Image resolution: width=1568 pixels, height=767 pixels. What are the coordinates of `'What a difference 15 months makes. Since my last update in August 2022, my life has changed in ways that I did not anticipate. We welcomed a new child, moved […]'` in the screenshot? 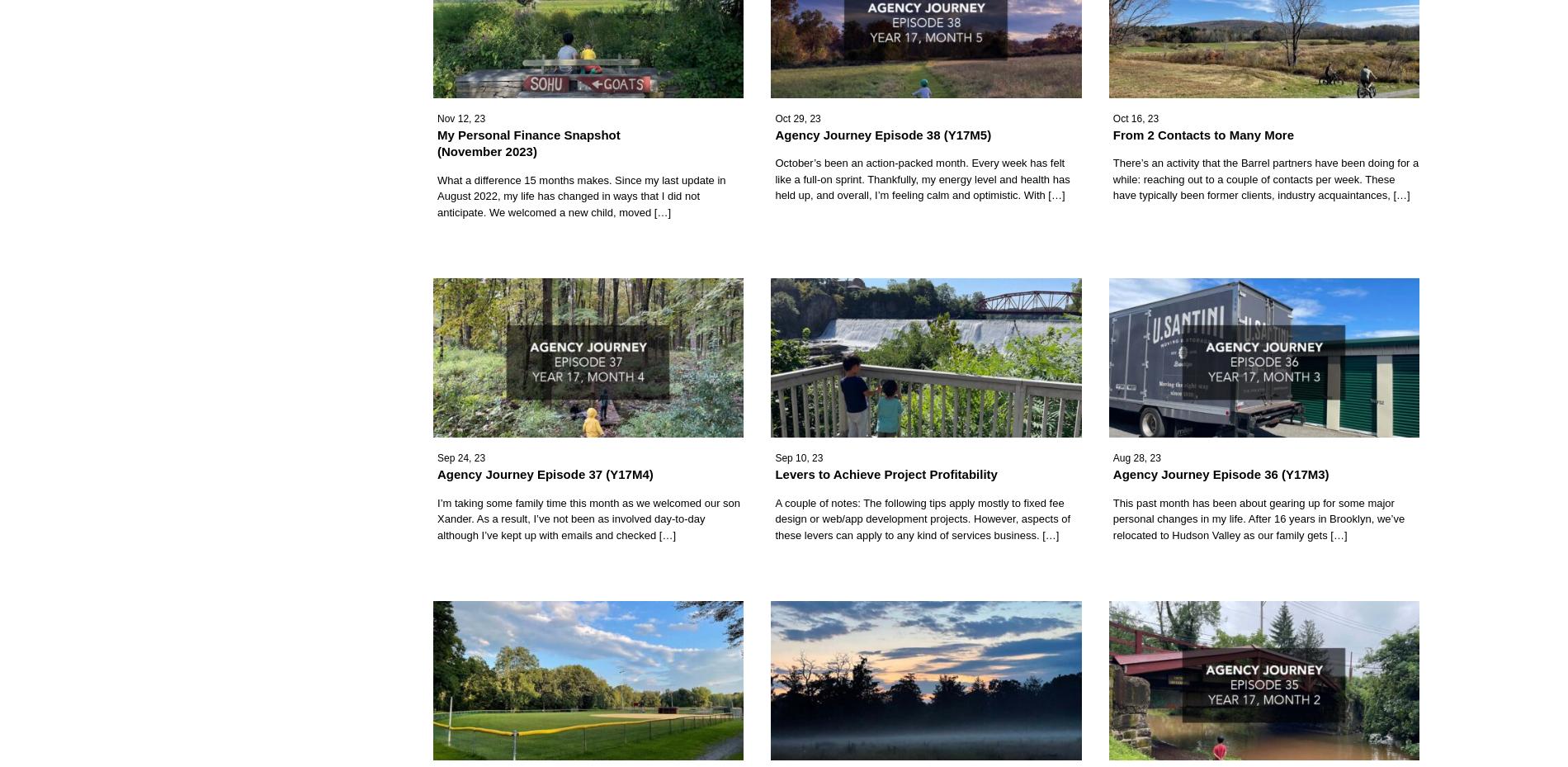 It's located at (581, 194).